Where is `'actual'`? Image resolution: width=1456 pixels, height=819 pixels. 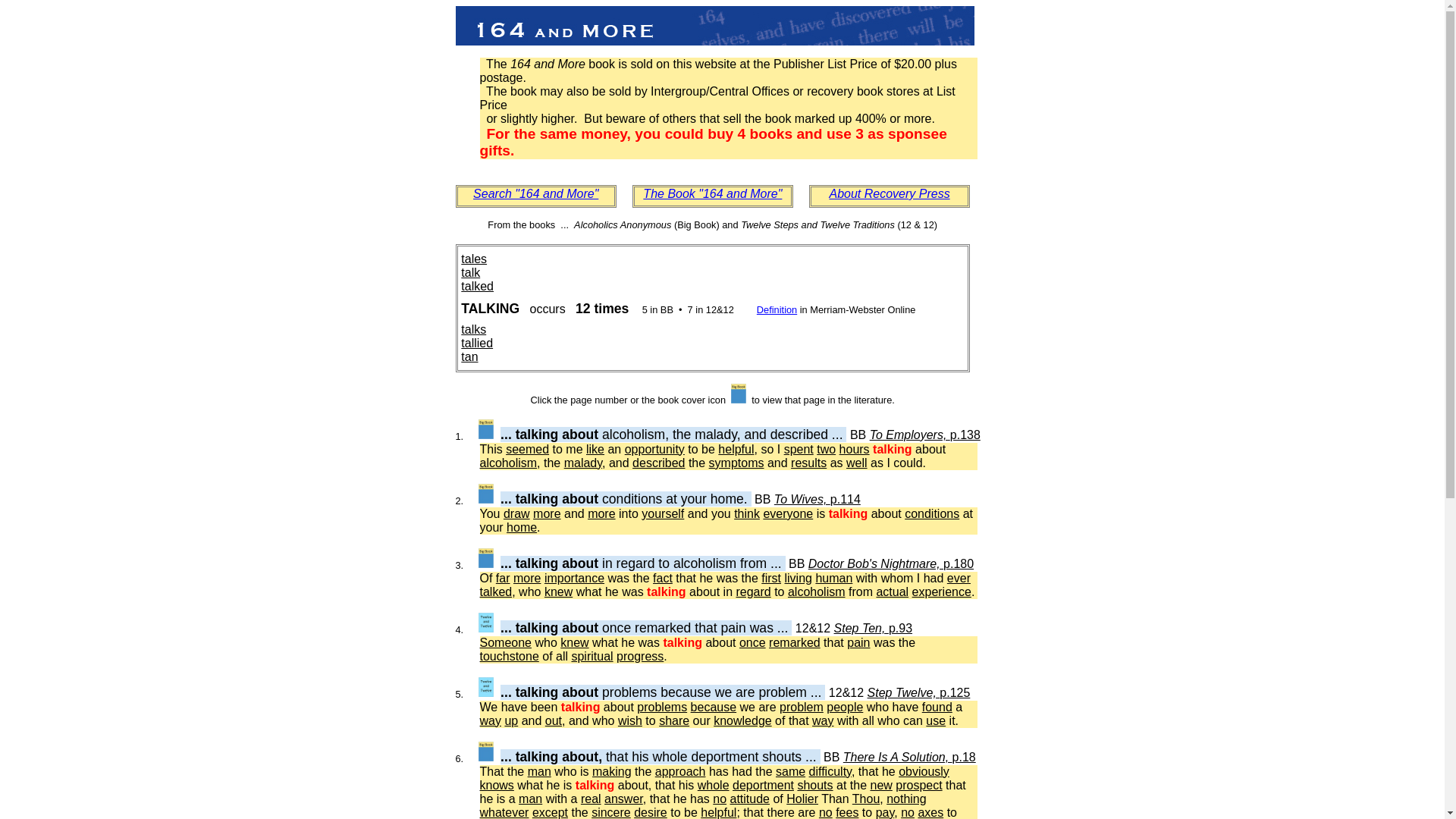
'actual' is located at coordinates (876, 591).